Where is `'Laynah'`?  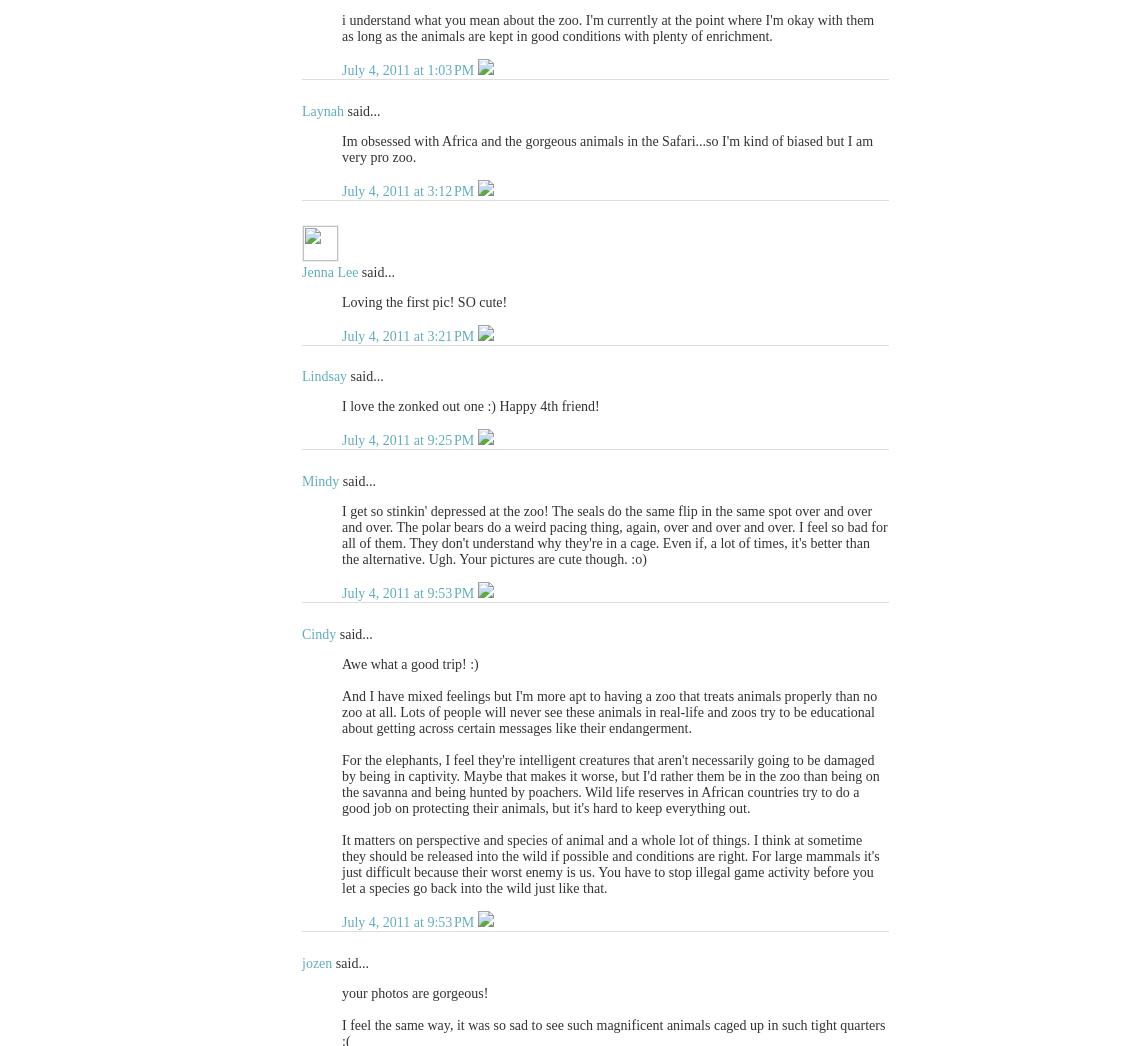
'Laynah' is located at coordinates (322, 109).